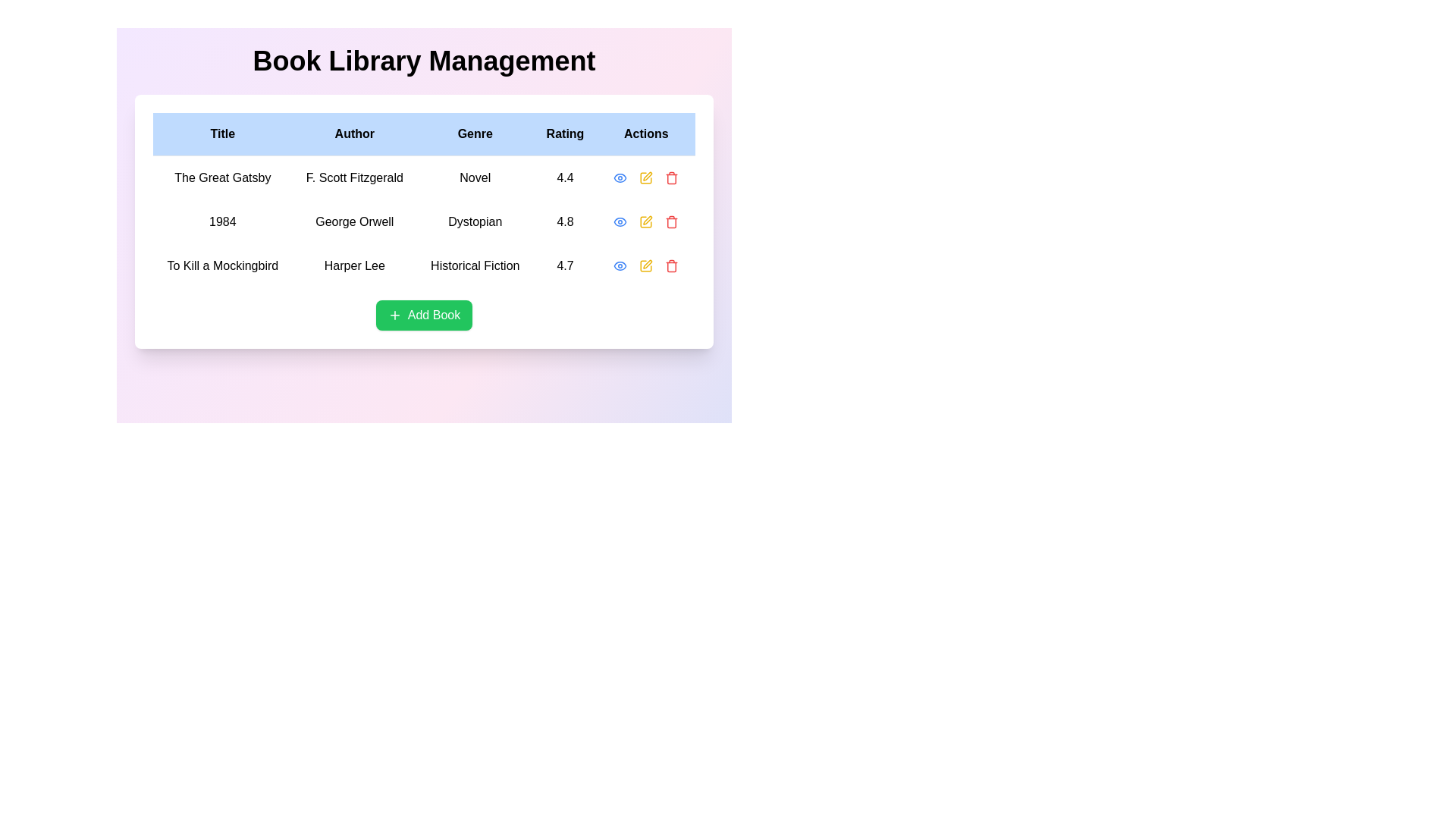 This screenshot has width=1456, height=819. Describe the element at coordinates (648, 175) in the screenshot. I see `the pen icon in the Actions column of the row for the book '1984' by George Orwell to initiate editing` at that location.